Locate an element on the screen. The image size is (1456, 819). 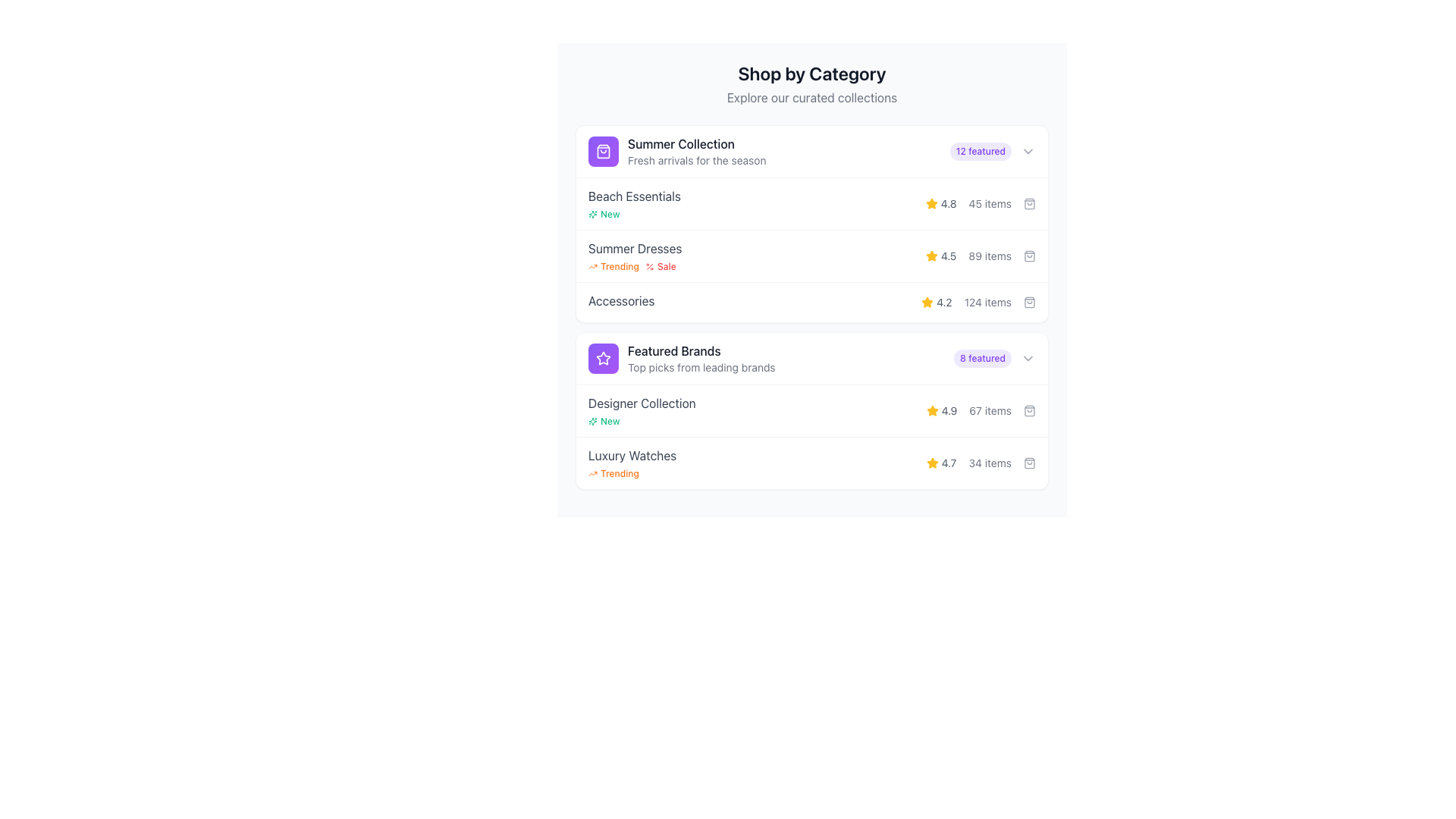
the decorative shopping icon located near the 'Designer Collection' entry in the 'Featured Brands' section is located at coordinates (1030, 411).